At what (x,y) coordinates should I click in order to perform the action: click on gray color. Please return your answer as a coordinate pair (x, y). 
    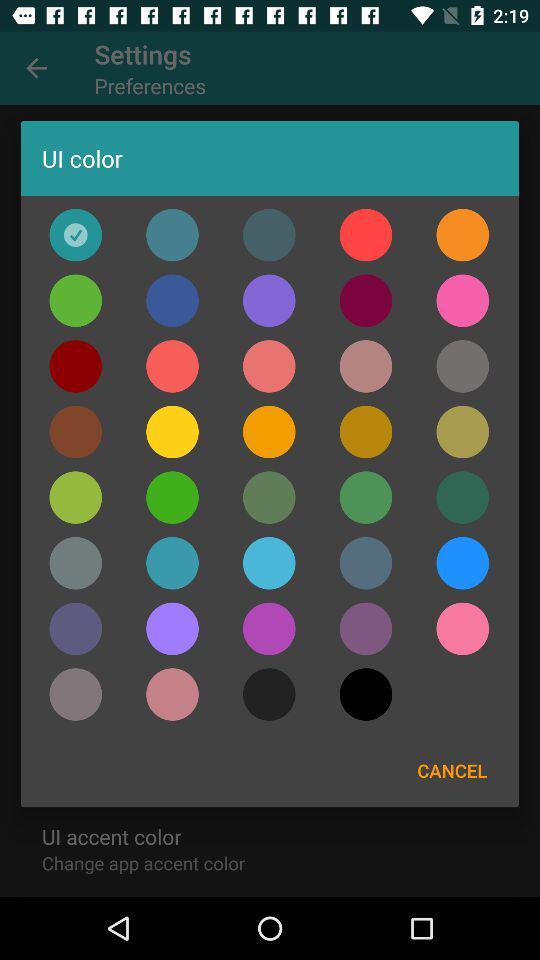
    Looking at the image, I should click on (462, 365).